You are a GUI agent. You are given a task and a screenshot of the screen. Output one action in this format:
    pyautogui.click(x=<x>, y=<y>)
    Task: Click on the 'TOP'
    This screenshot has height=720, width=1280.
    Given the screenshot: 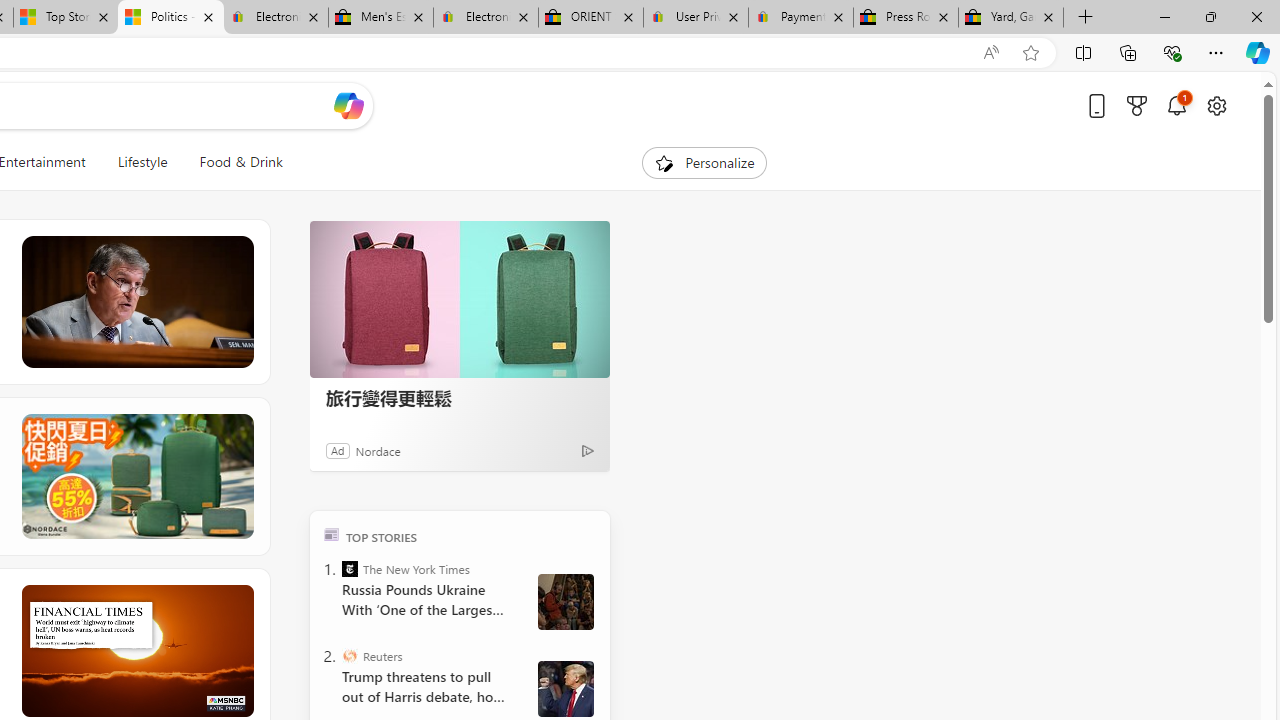 What is the action you would take?
    pyautogui.click(x=332, y=533)
    